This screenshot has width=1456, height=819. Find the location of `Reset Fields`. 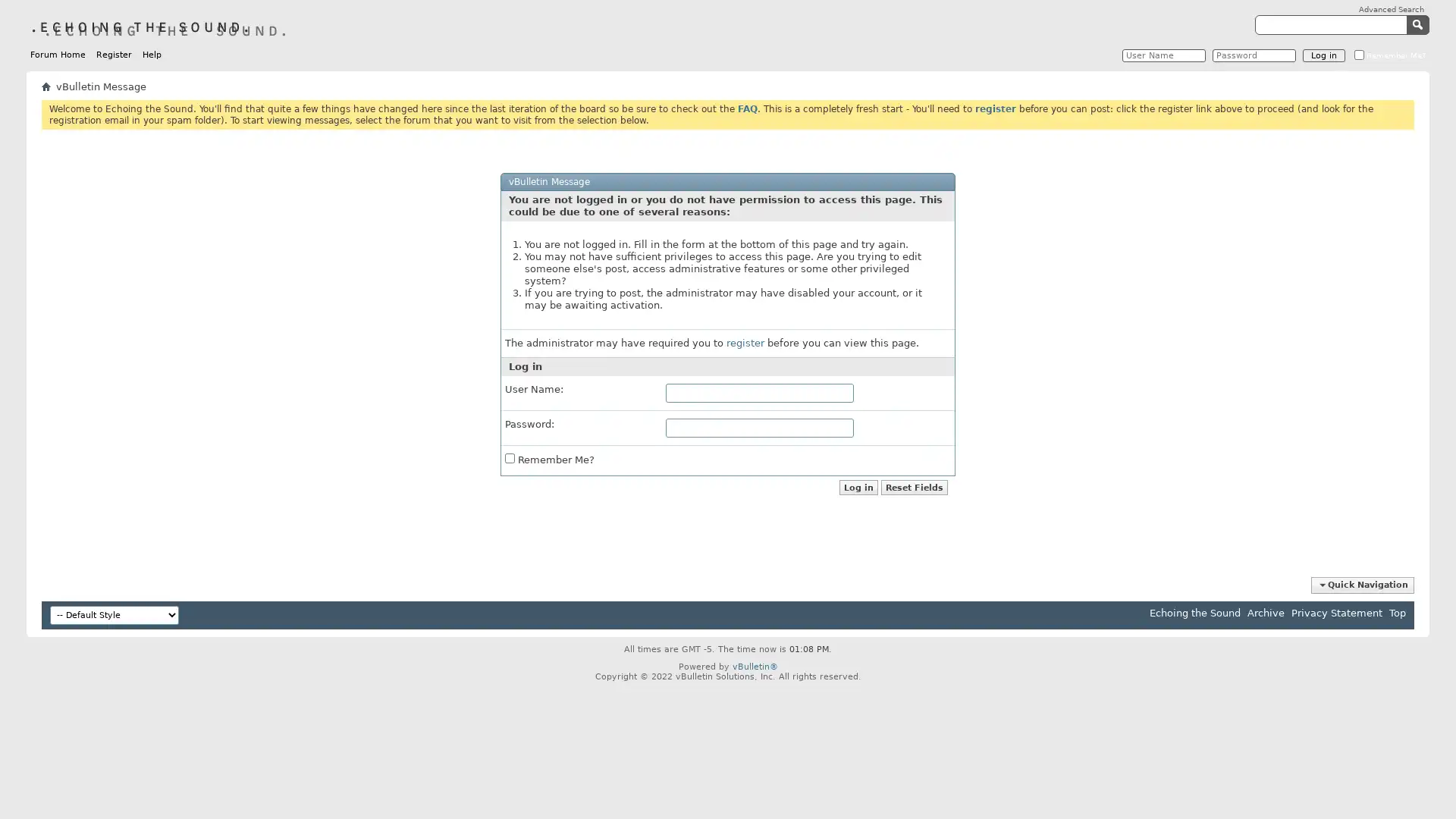

Reset Fields is located at coordinates (913, 488).